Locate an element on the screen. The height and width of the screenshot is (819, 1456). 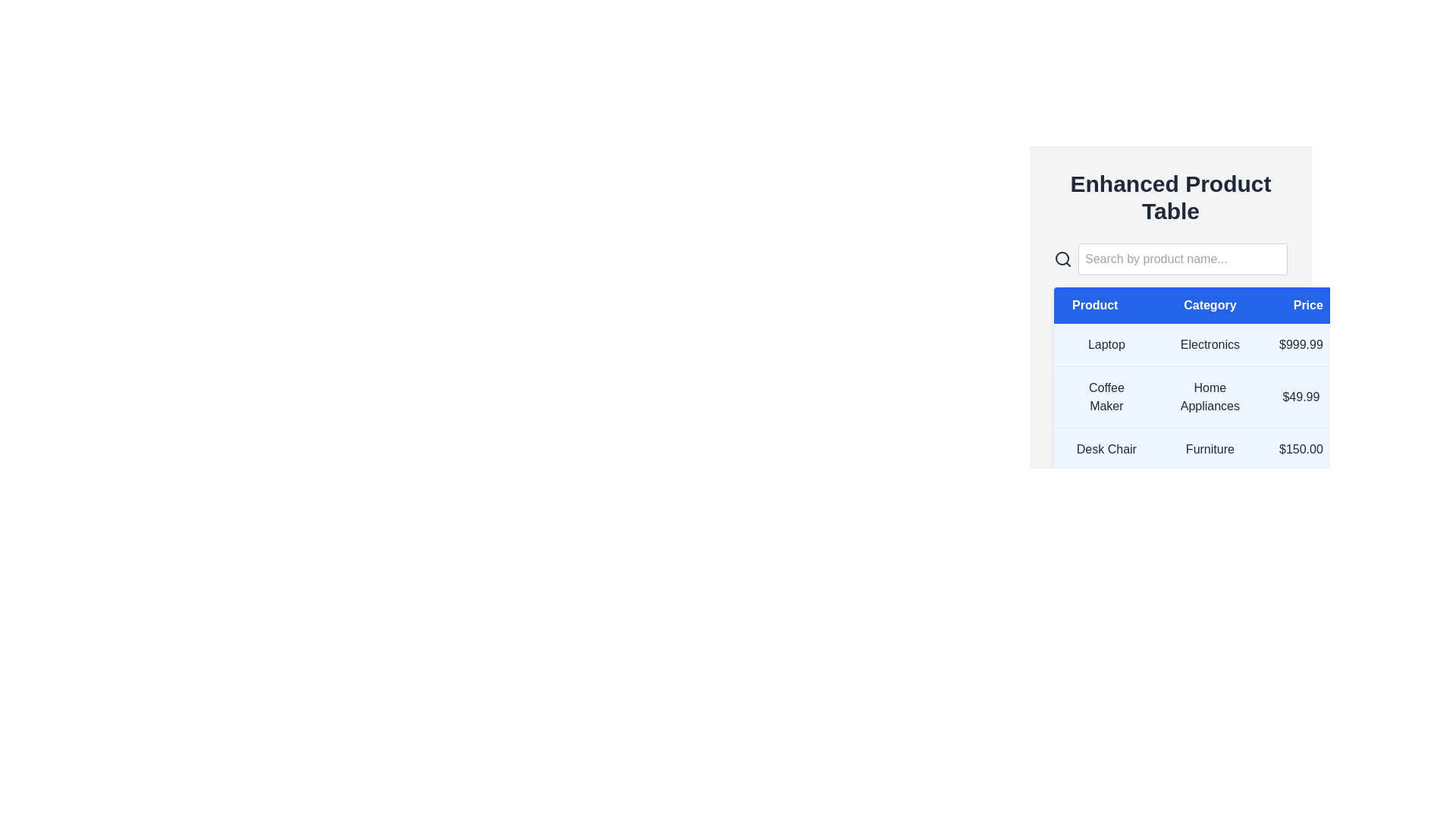
the table cell displaying '$49.99' in the 'Price' column for the 'Coffee Maker' product, which is centered in a light blue cell is located at coordinates (1300, 397).